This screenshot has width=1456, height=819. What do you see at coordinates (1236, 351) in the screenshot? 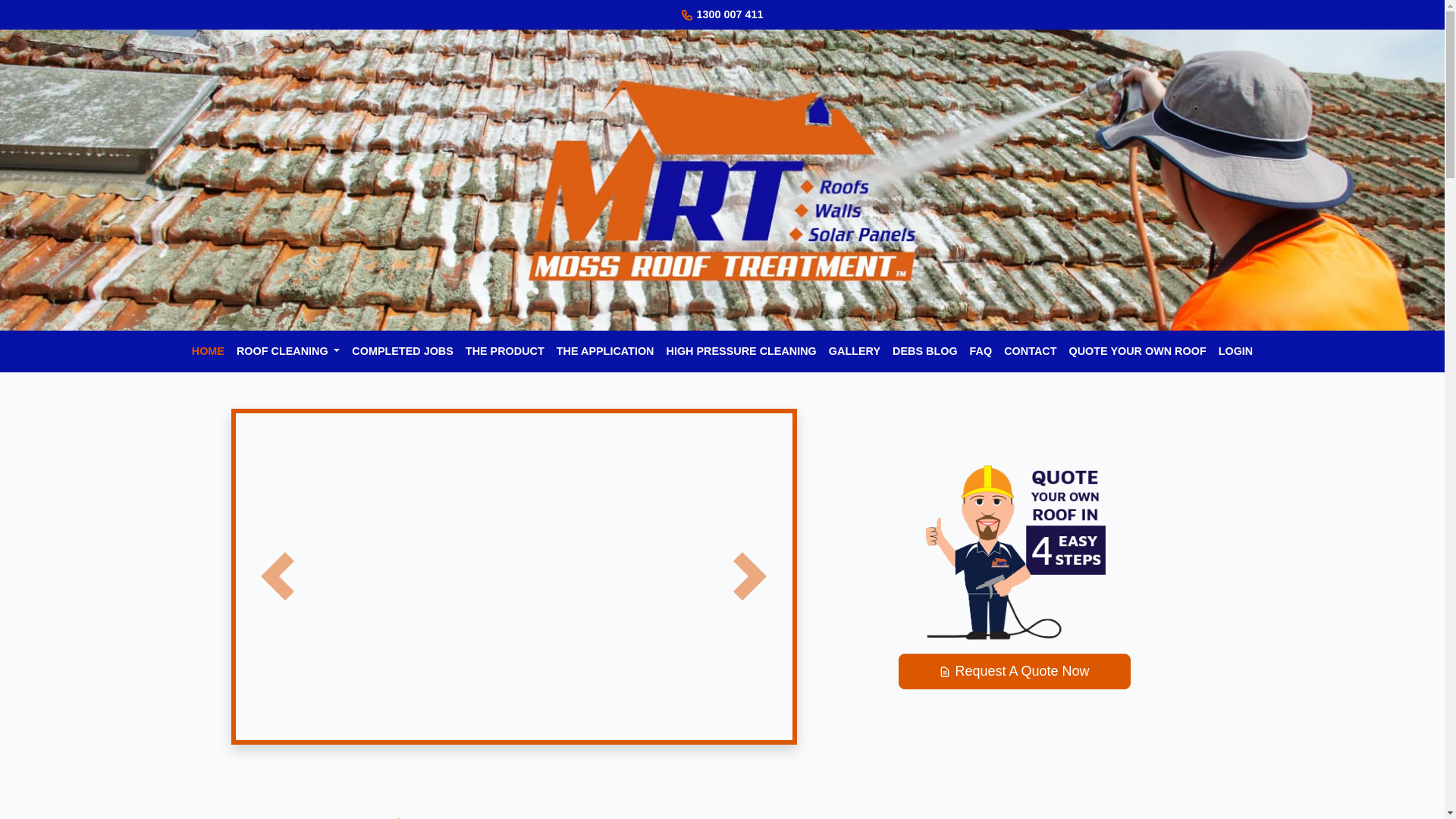
I see `'LOGIN'` at bounding box center [1236, 351].